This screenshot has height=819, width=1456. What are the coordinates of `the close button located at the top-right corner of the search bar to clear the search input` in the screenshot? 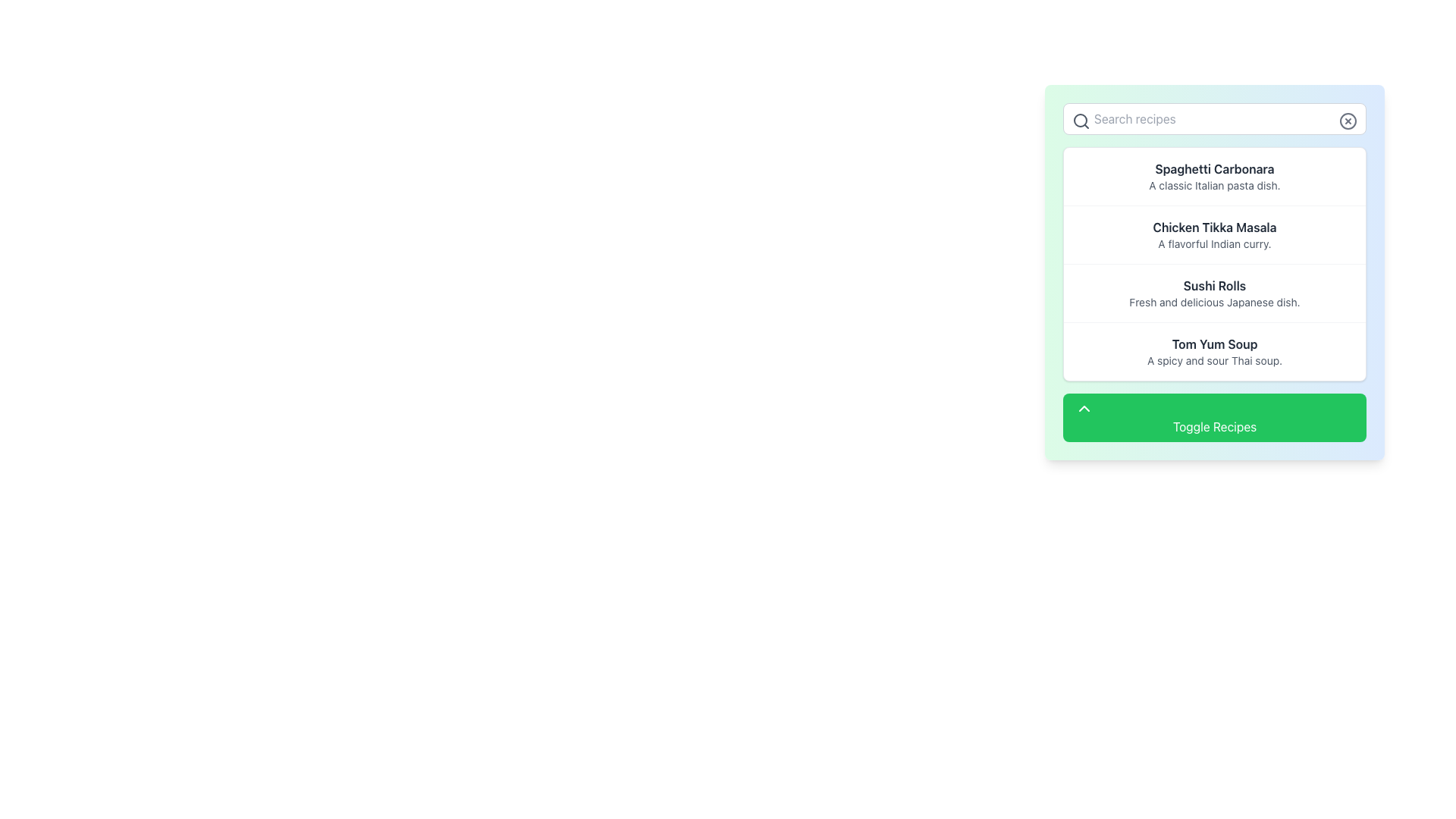 It's located at (1348, 120).